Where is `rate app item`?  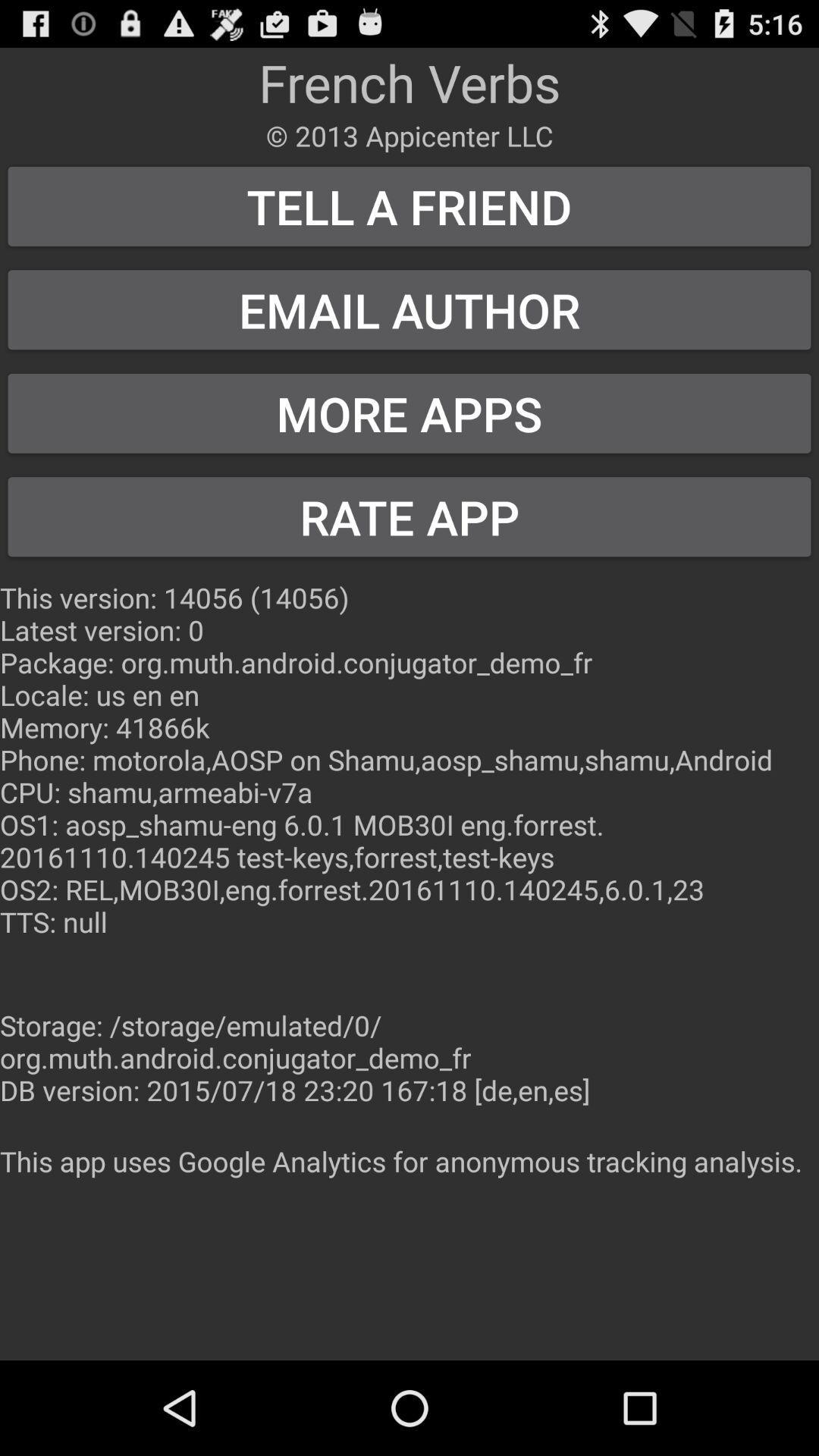 rate app item is located at coordinates (409, 516).